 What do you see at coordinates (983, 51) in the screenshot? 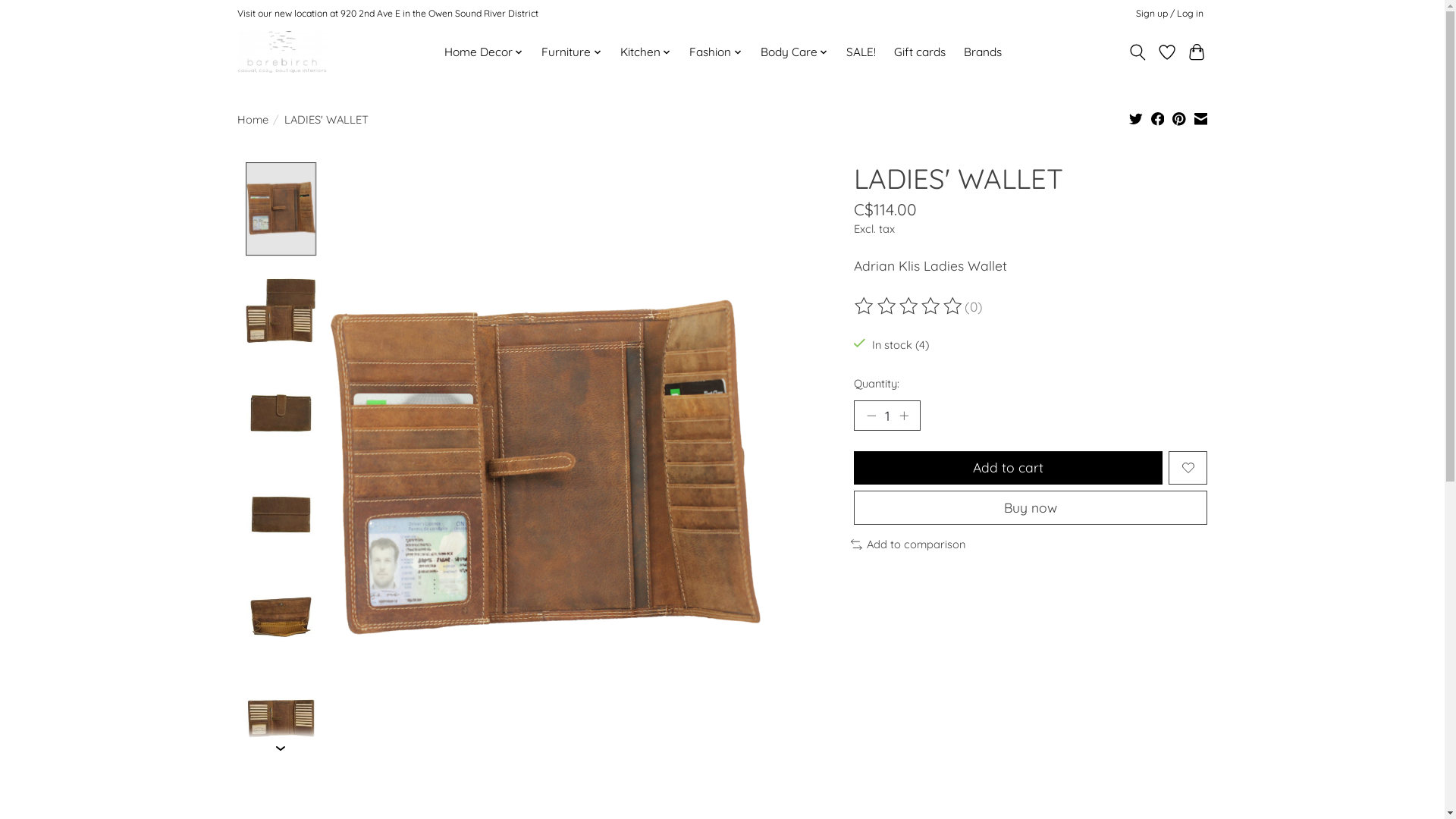
I see `'Brands'` at bounding box center [983, 51].